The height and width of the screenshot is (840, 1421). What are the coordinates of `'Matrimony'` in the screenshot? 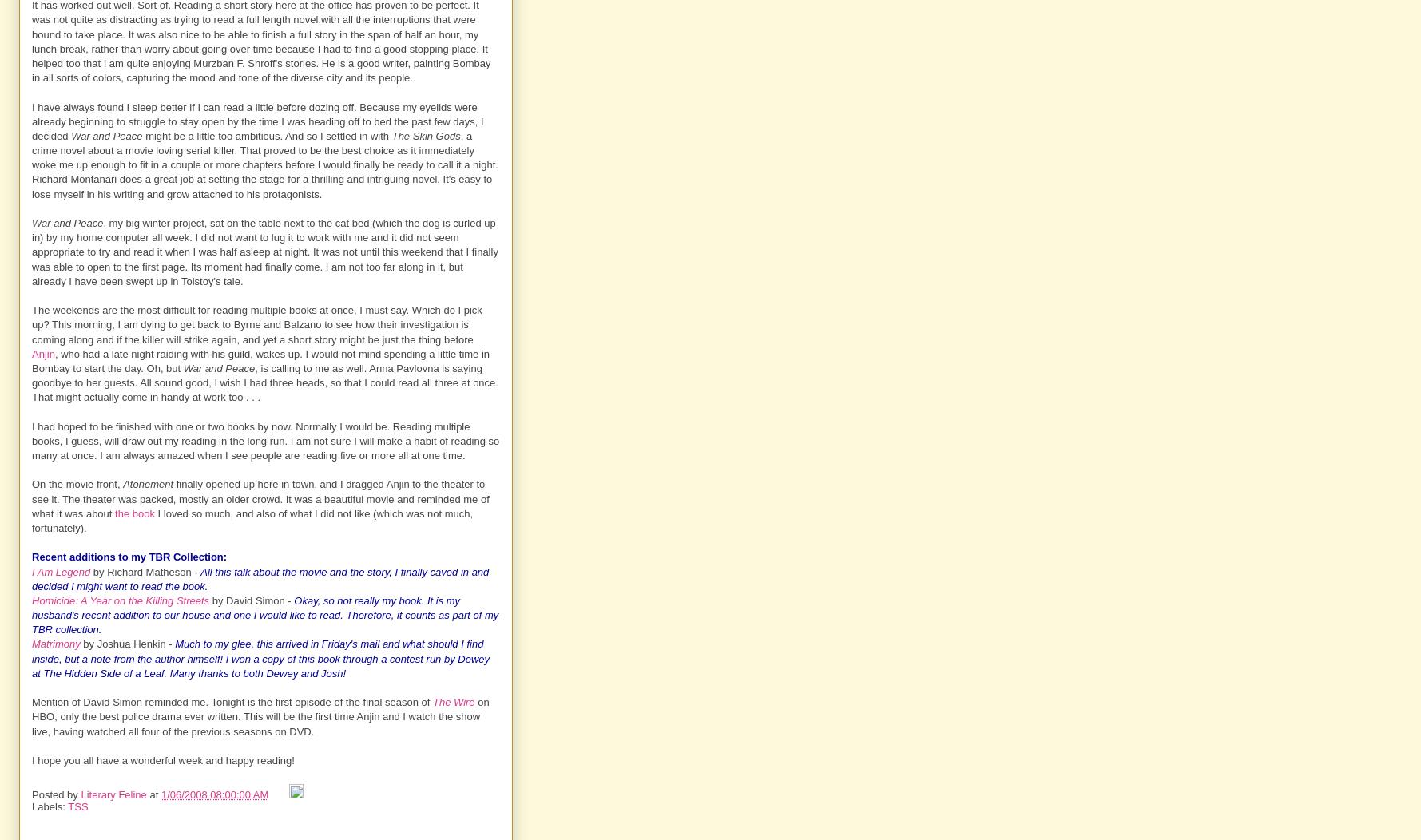 It's located at (54, 644).